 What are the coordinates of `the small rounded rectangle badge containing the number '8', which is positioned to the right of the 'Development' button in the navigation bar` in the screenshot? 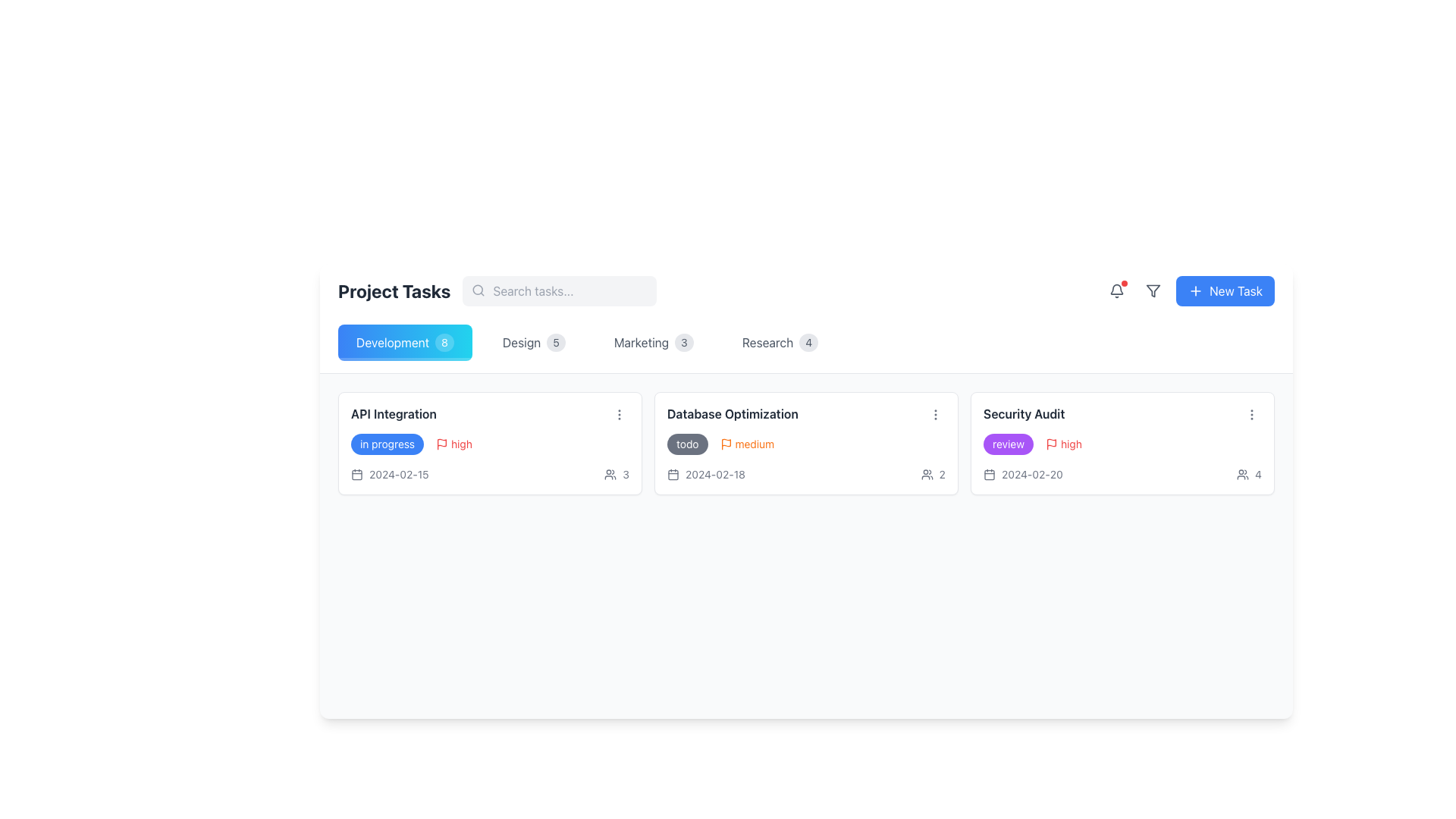 It's located at (444, 342).